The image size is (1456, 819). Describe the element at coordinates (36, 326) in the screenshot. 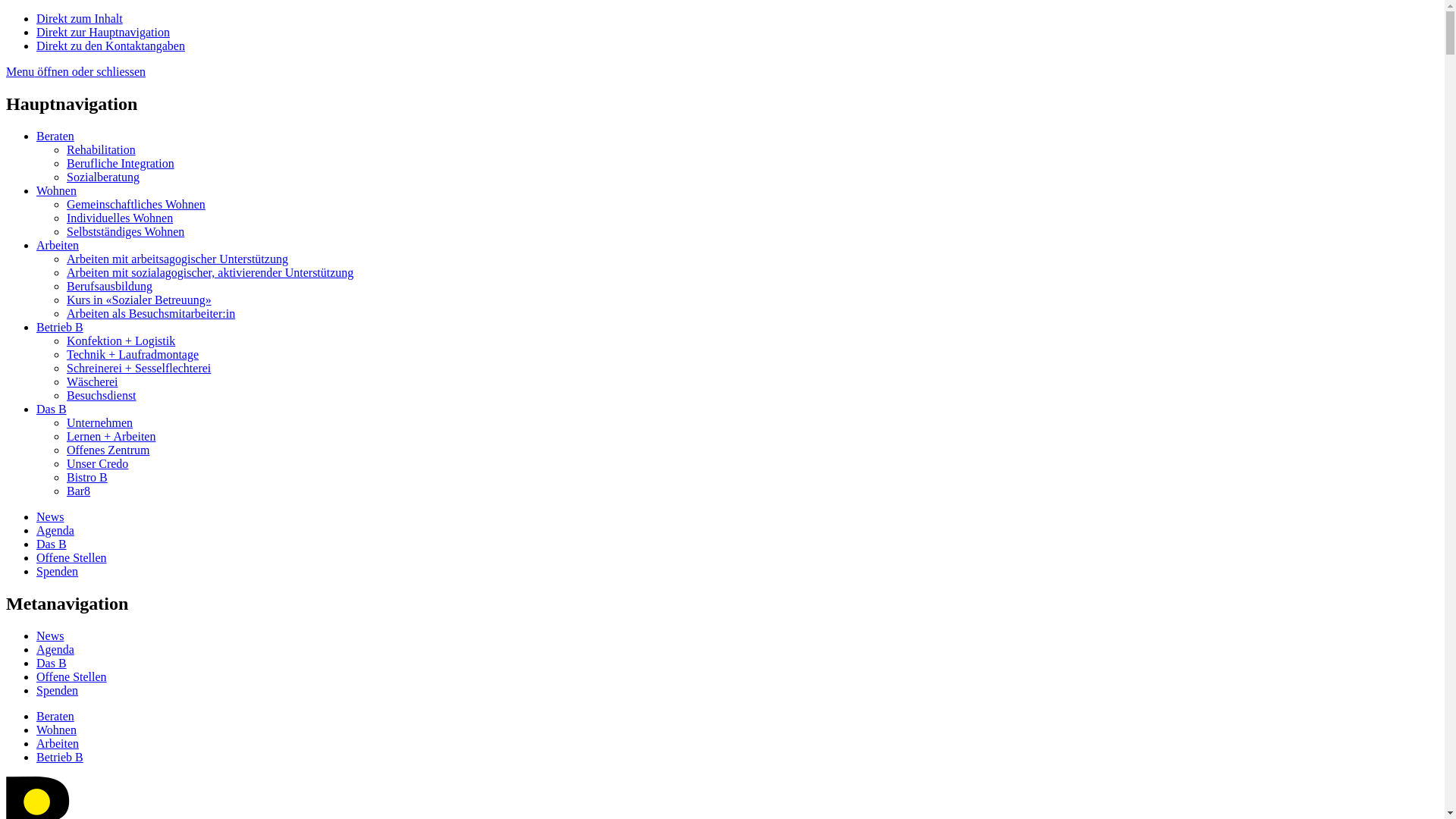

I see `'Betrieb B'` at that location.